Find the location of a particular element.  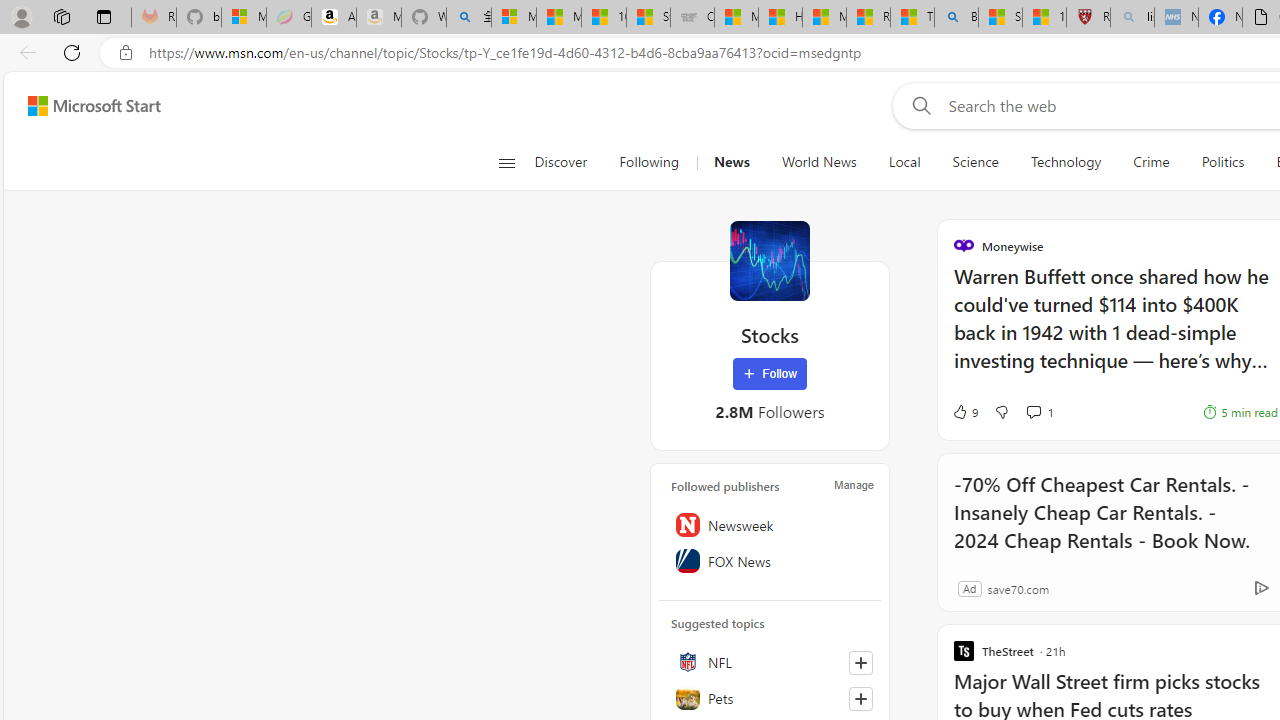

'Discover' is located at coordinates (560, 162).